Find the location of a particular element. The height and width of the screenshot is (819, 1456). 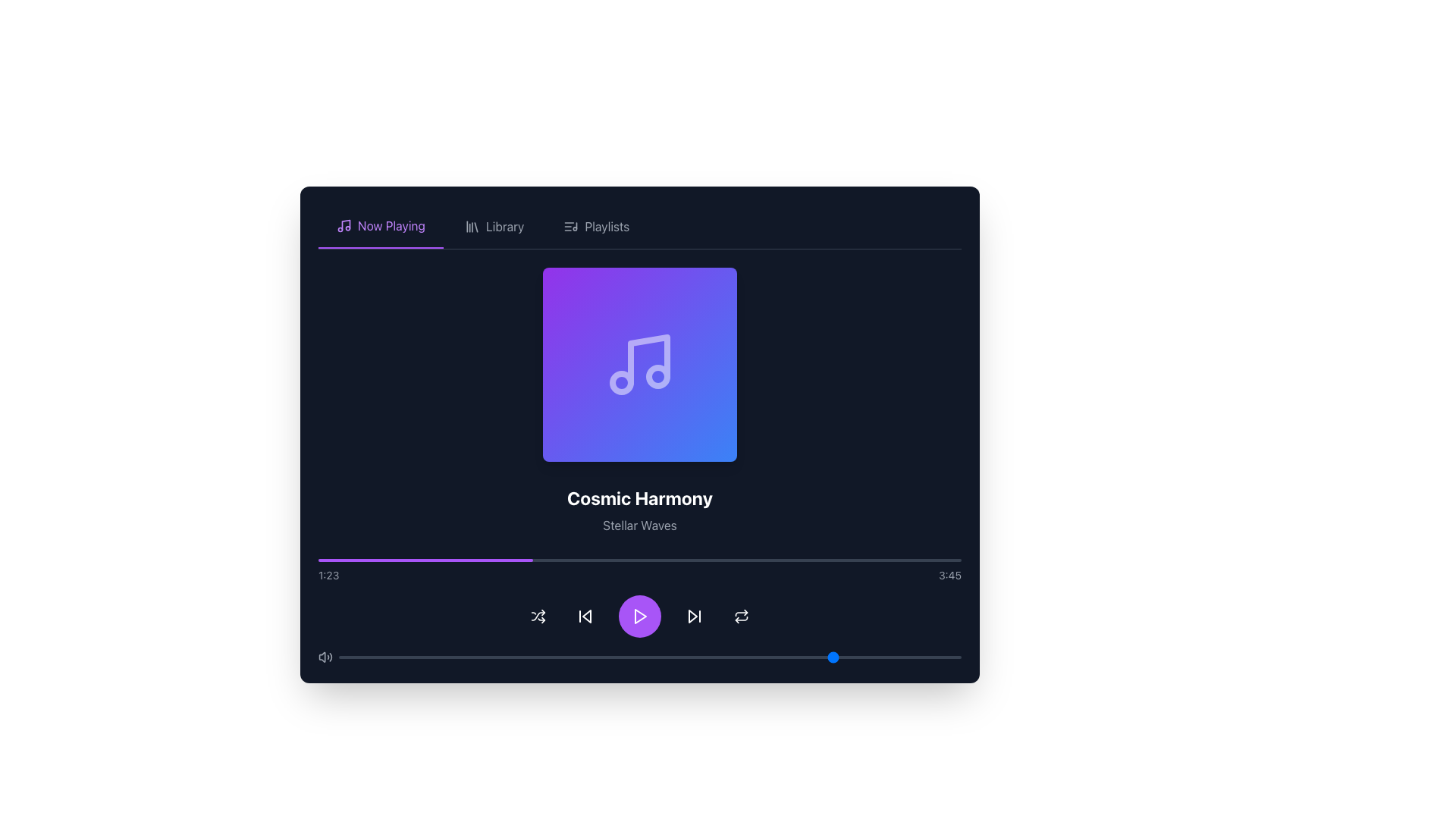

the play/pause button located centrally among the playback controls at the bottom of the interface is located at coordinates (640, 617).